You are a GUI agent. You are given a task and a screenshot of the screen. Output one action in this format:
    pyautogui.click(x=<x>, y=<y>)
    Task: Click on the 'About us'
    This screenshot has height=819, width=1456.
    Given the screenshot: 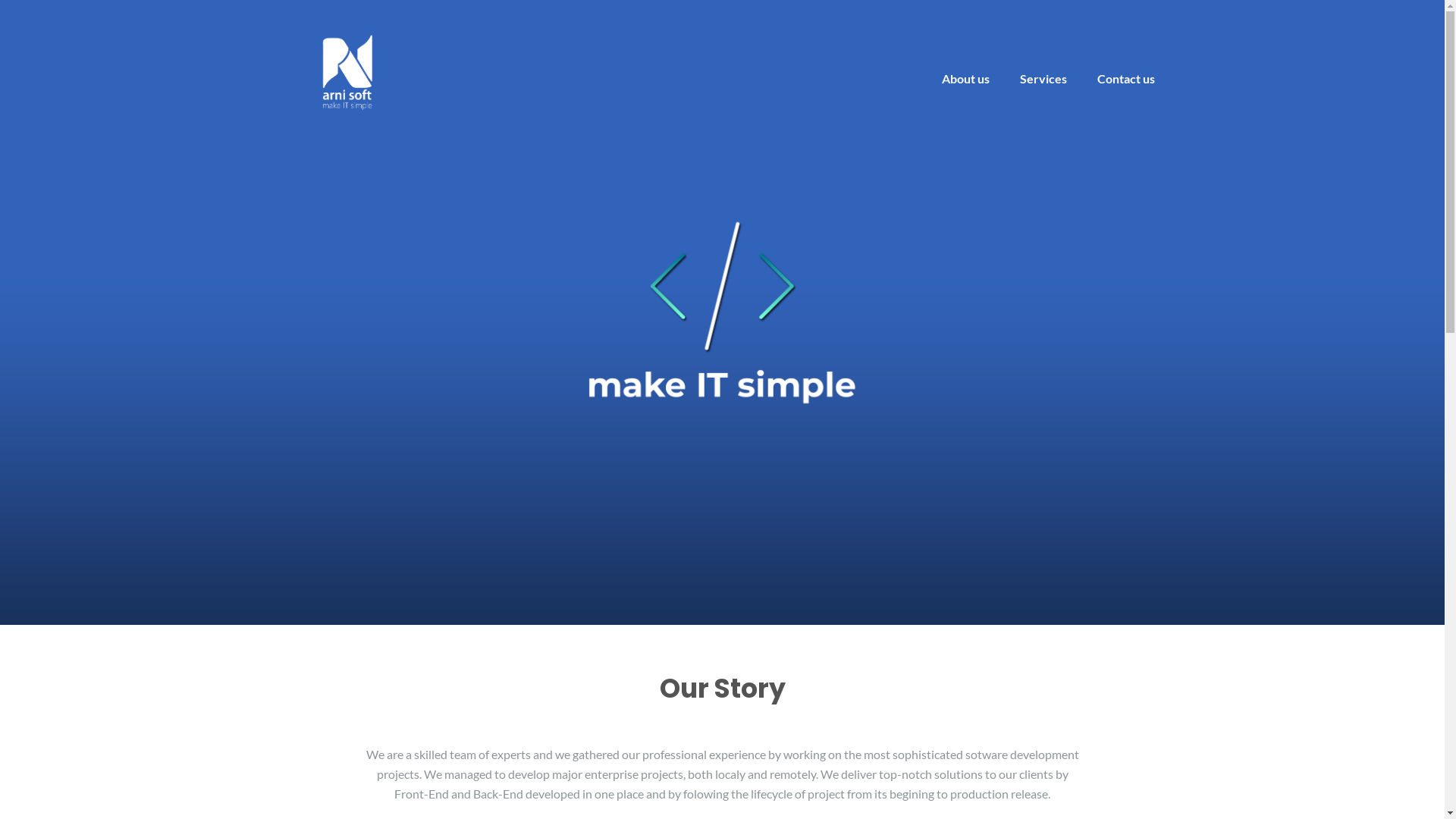 What is the action you would take?
    pyautogui.click(x=965, y=78)
    